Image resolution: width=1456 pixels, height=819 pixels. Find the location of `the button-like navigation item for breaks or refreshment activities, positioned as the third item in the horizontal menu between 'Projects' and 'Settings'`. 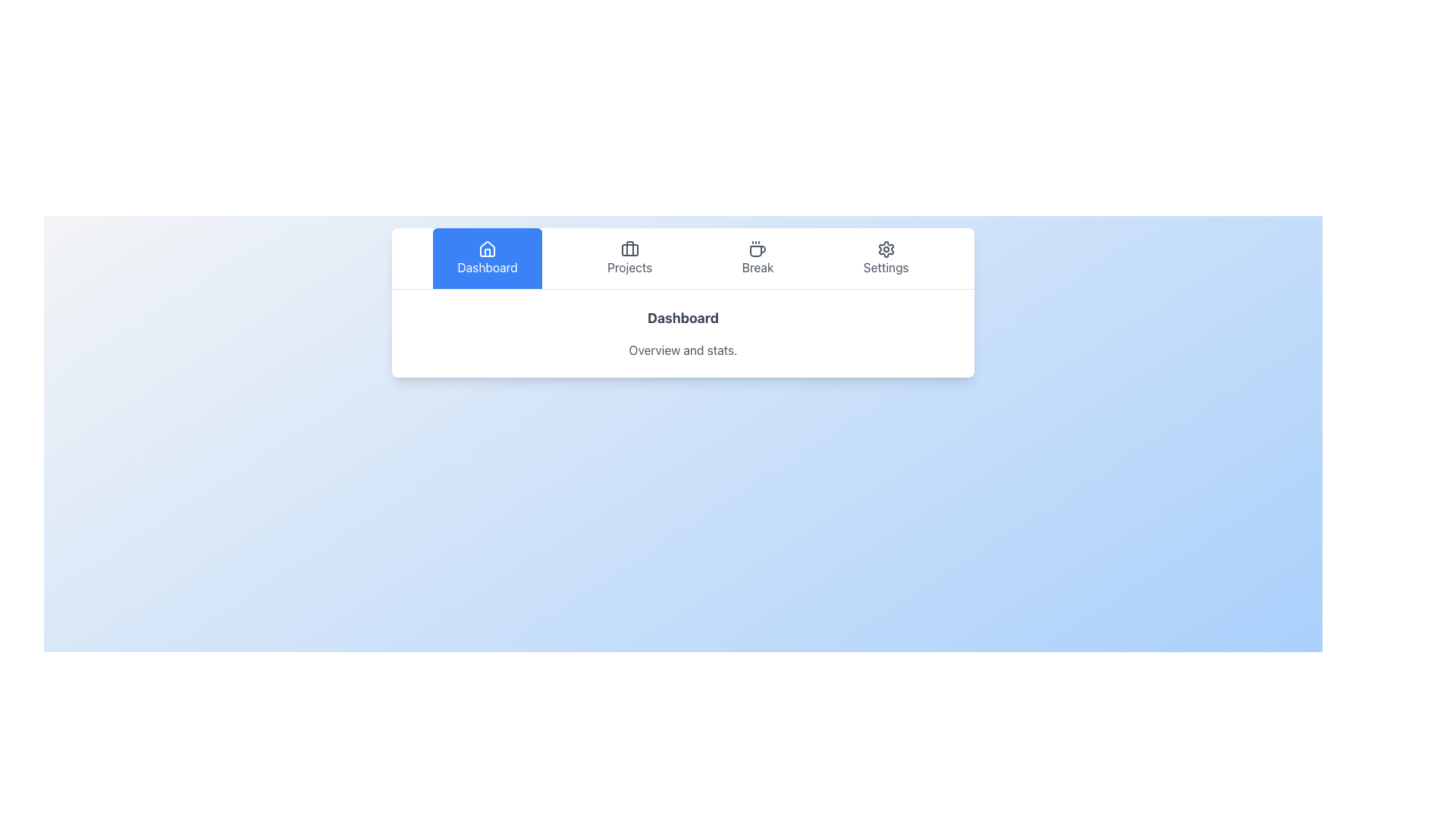

the button-like navigation item for breaks or refreshment activities, positioned as the third item in the horizontal menu between 'Projects' and 'Settings' is located at coordinates (758, 257).